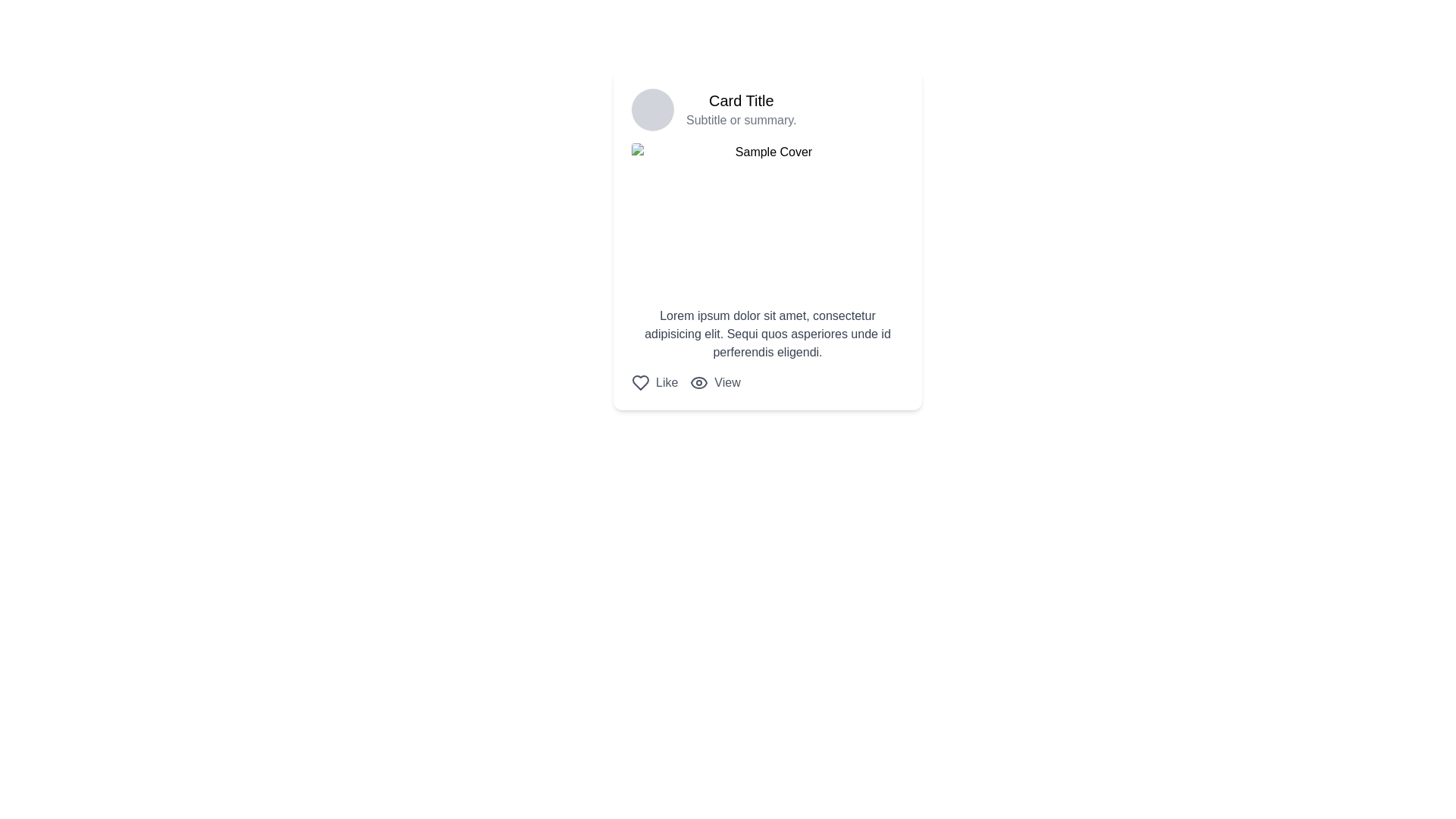 The width and height of the screenshot is (1456, 819). I want to click on the heart-shaped icon located to the left of the 'Like' text, so click(640, 382).